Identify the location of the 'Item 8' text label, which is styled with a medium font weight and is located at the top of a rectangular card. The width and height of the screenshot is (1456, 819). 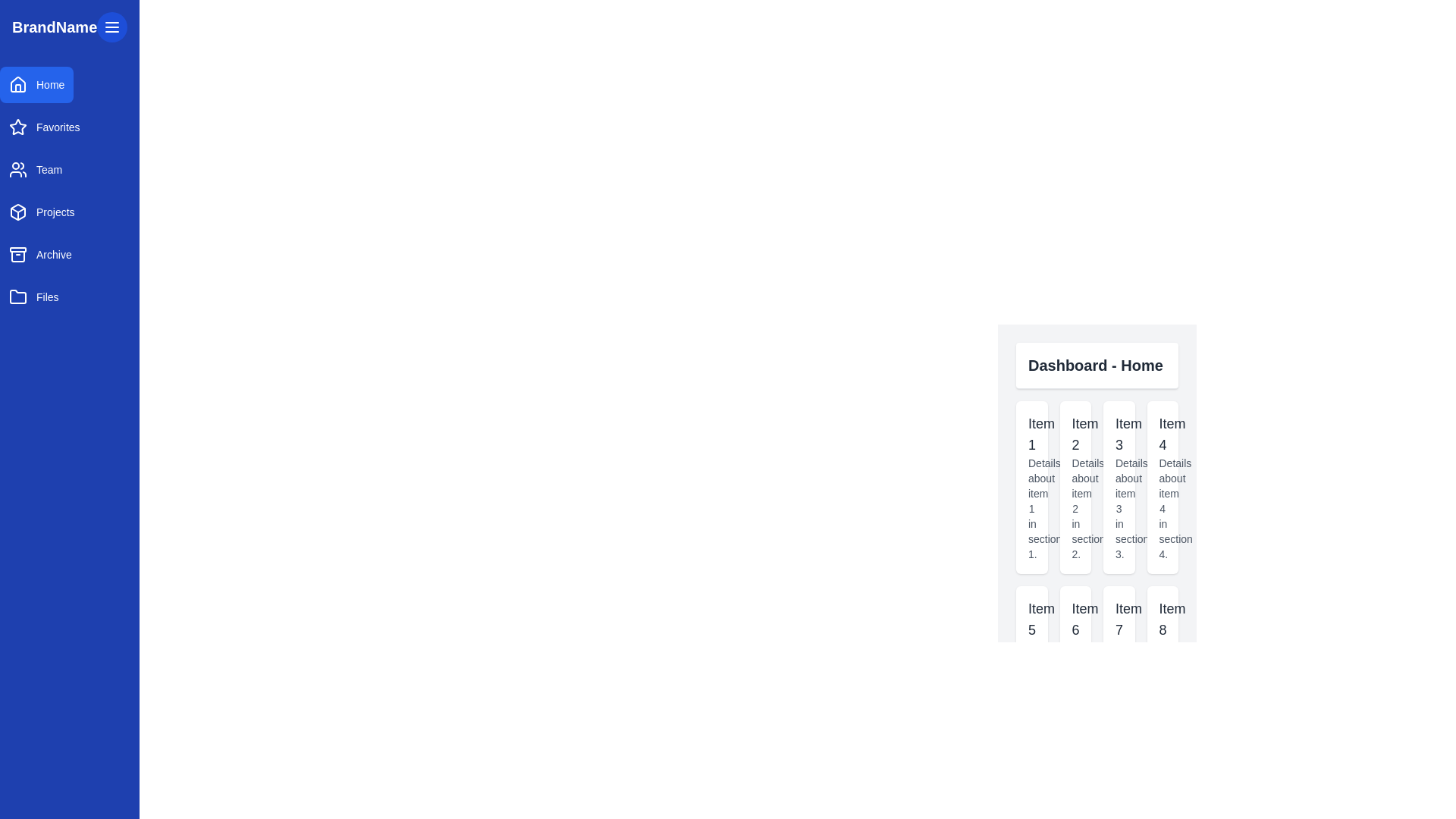
(1162, 620).